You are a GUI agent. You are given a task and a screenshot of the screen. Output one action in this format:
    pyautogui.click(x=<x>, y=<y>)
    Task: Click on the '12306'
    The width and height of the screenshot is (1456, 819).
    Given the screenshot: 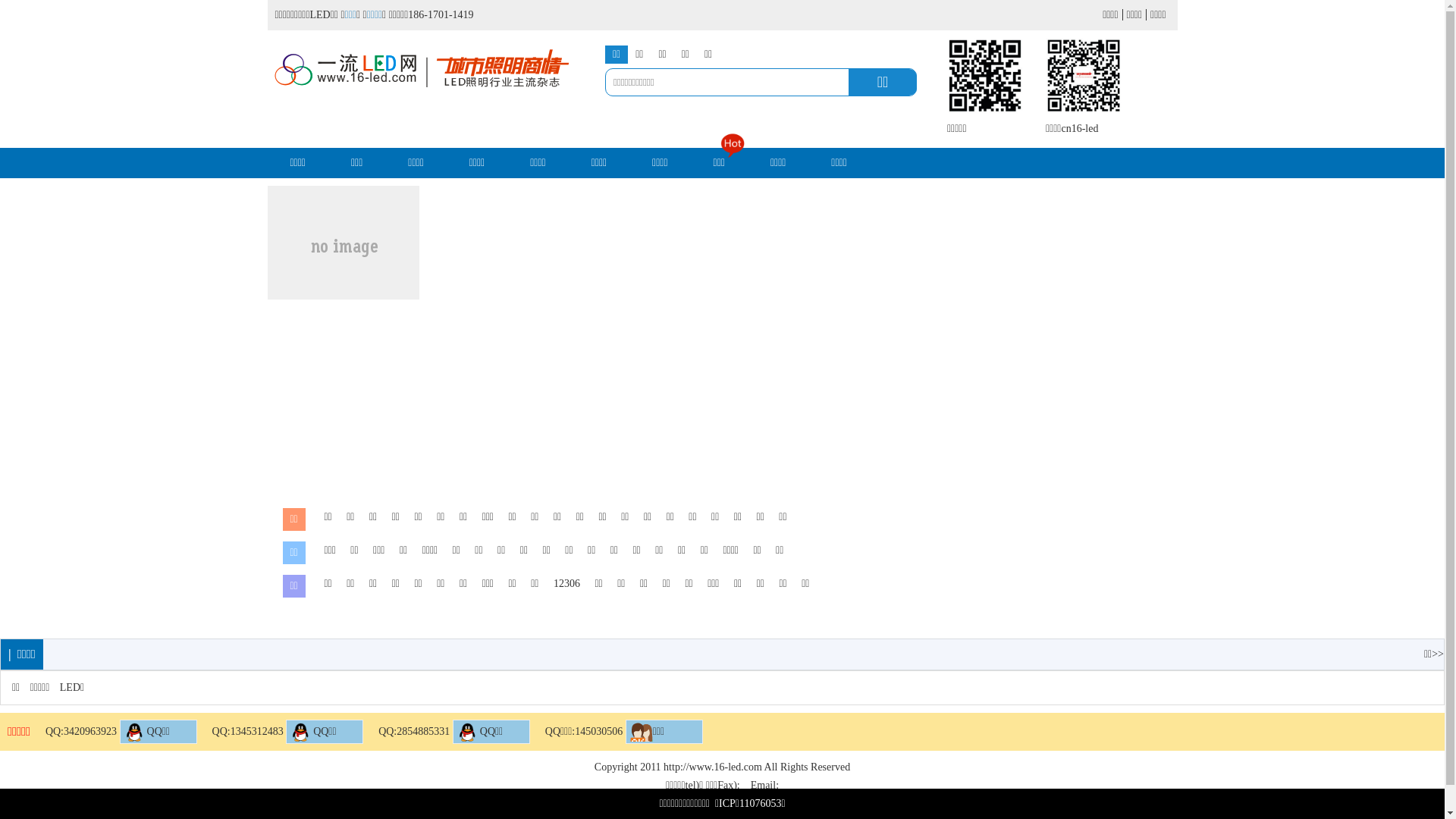 What is the action you would take?
    pyautogui.click(x=552, y=583)
    